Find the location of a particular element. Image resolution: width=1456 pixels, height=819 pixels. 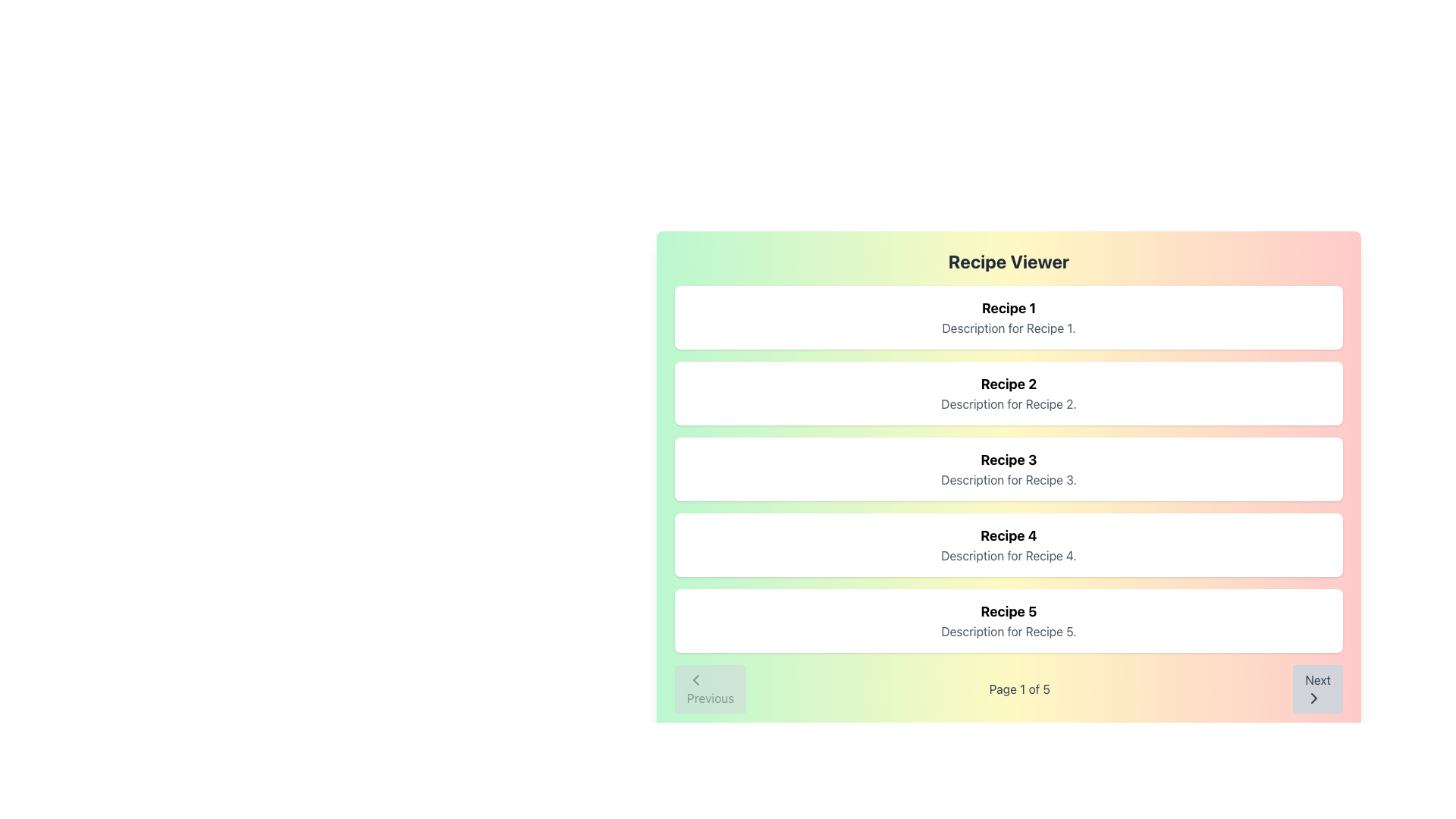

the heading element displaying 'Recipe 3', which serves as the title for a recipe card in the recipe viewer interface is located at coordinates (1009, 459).